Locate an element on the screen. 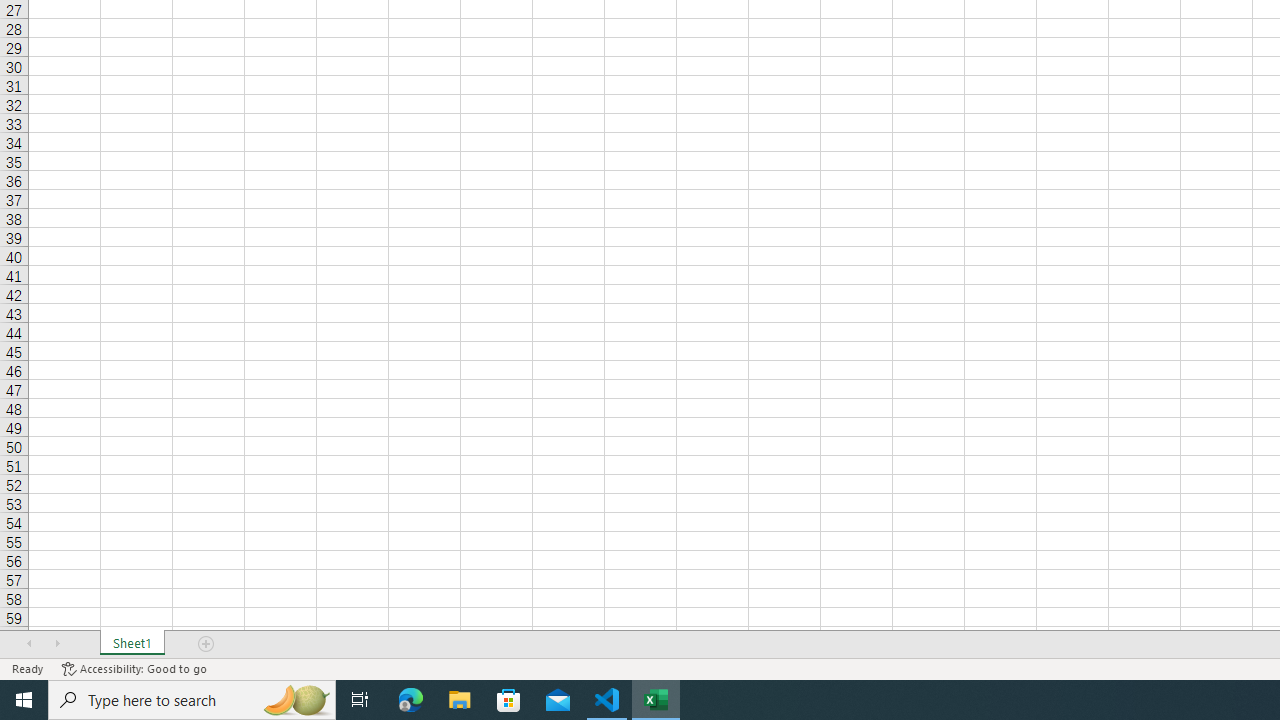  'Scroll Right' is located at coordinates (57, 644).